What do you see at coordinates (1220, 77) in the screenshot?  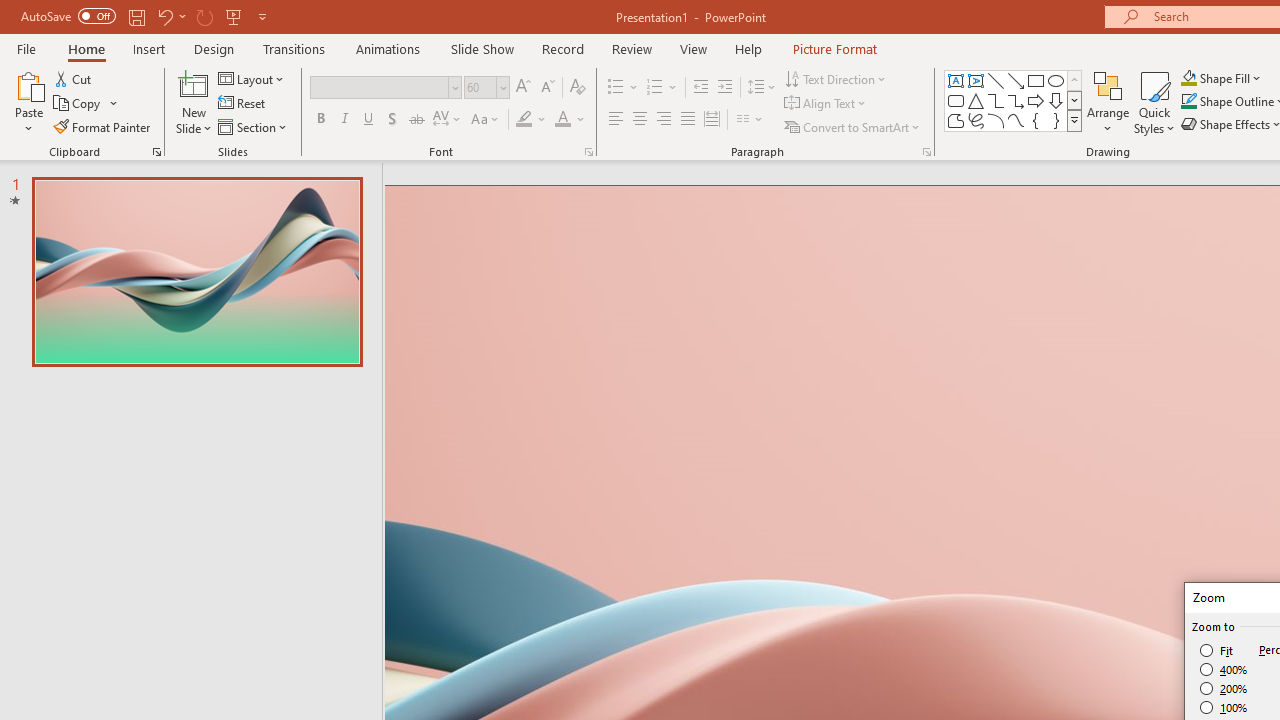 I see `'Shape Fill'` at bounding box center [1220, 77].